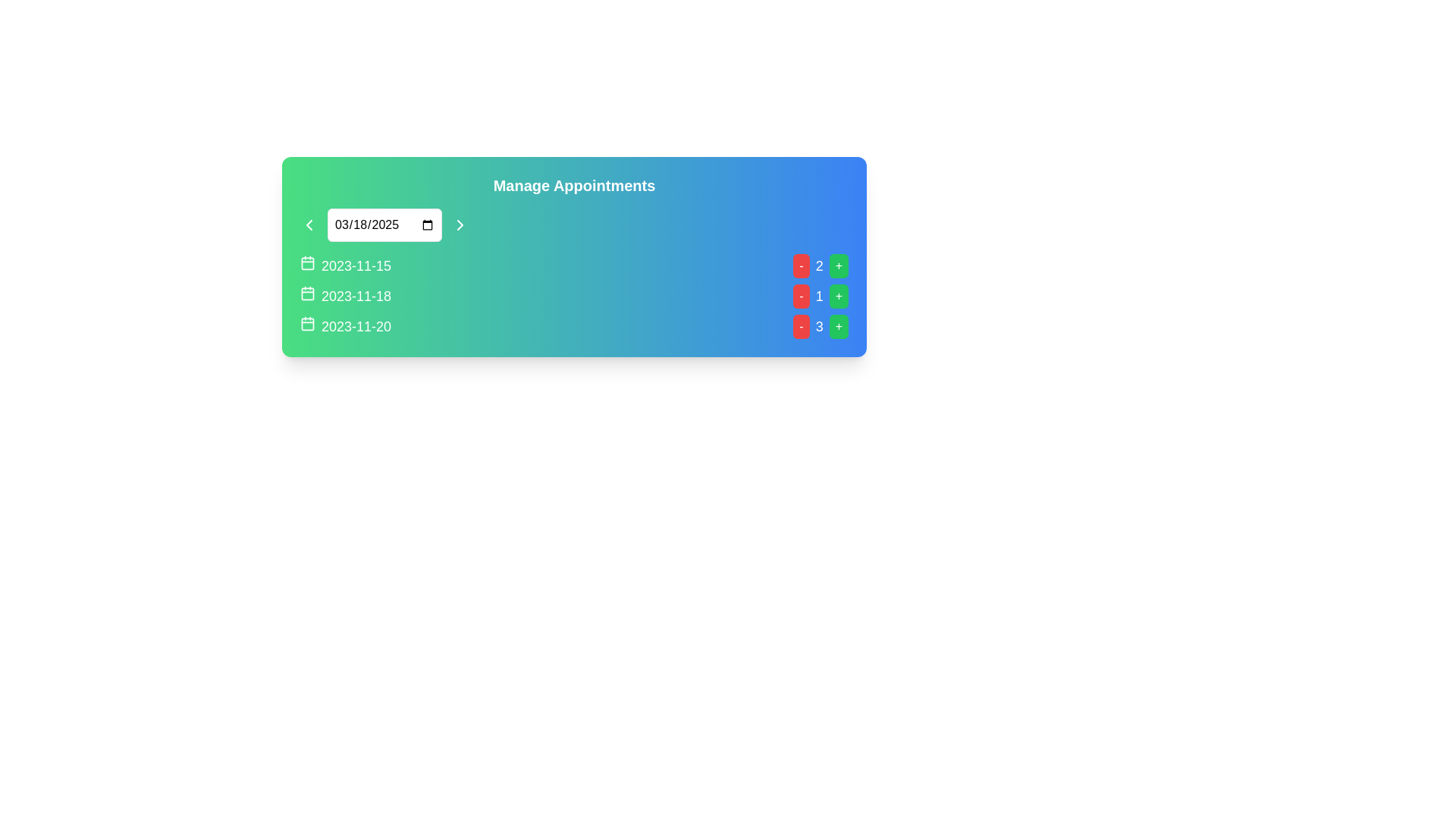 The image size is (1456, 819). Describe the element at coordinates (309, 225) in the screenshot. I see `the left-facing chevron button with a white stroke on a green background` at that location.